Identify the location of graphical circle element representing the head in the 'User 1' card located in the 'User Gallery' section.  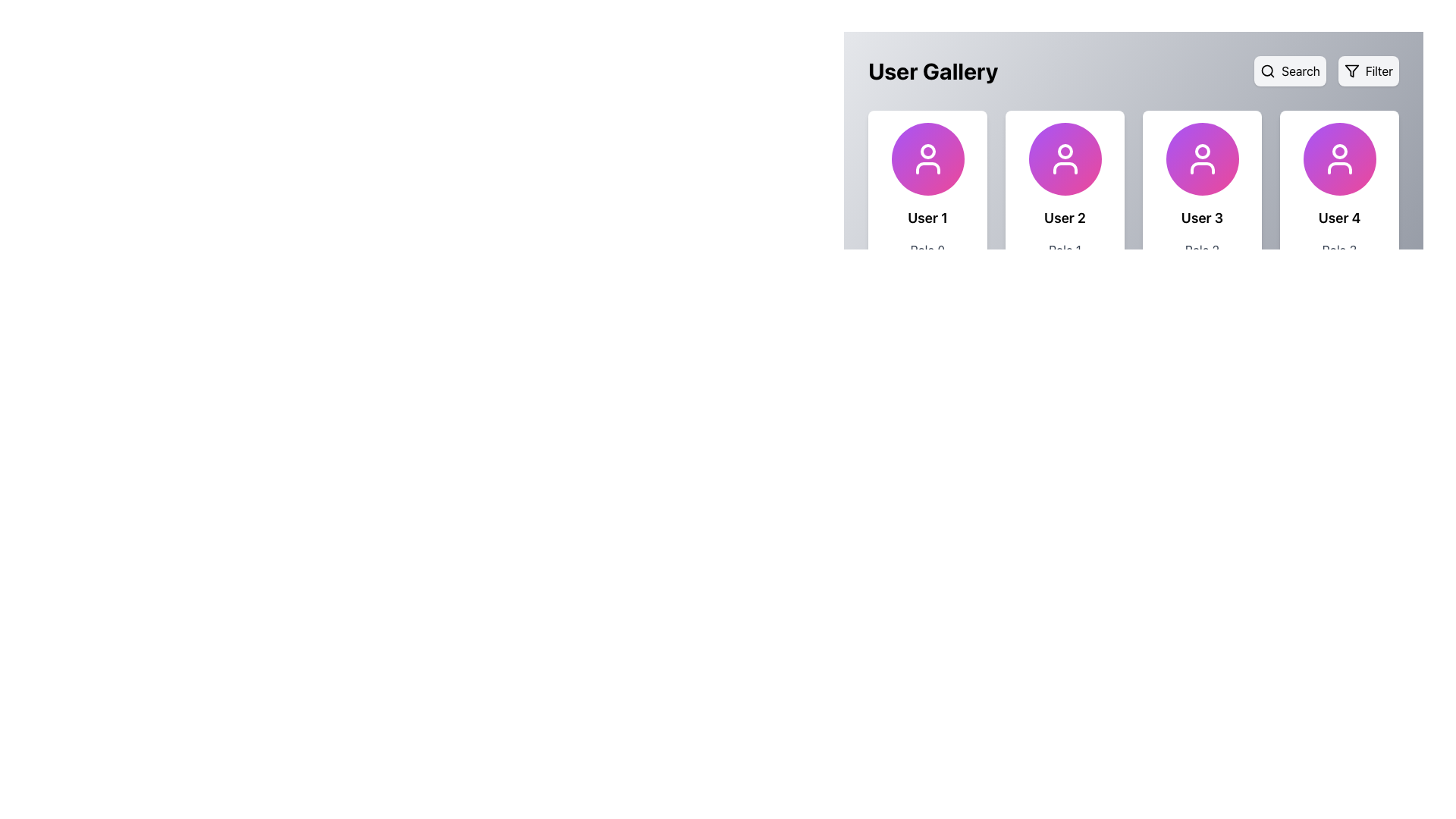
(927, 152).